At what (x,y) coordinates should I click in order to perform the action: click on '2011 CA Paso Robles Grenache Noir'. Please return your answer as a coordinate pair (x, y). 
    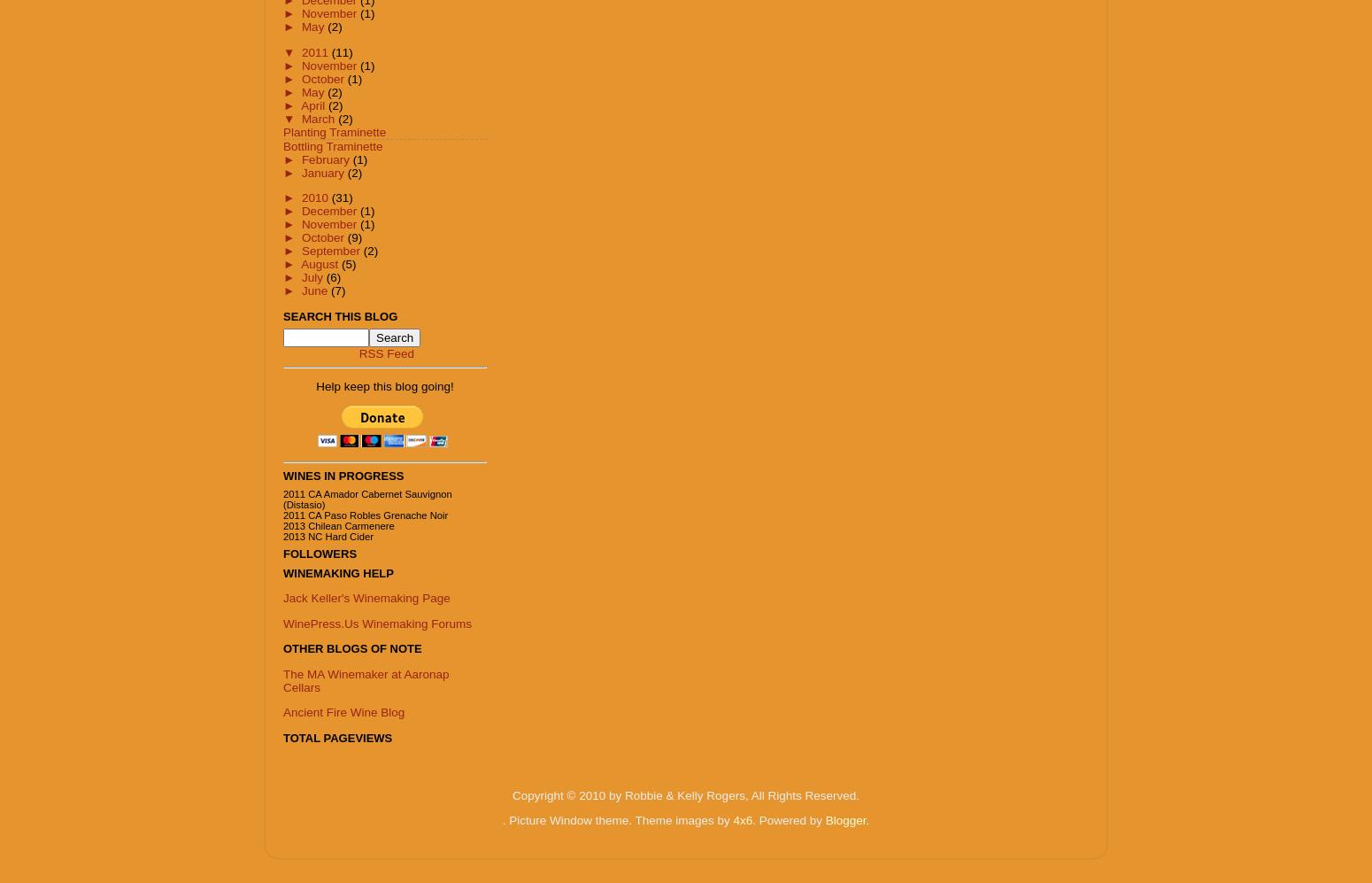
    Looking at the image, I should click on (366, 514).